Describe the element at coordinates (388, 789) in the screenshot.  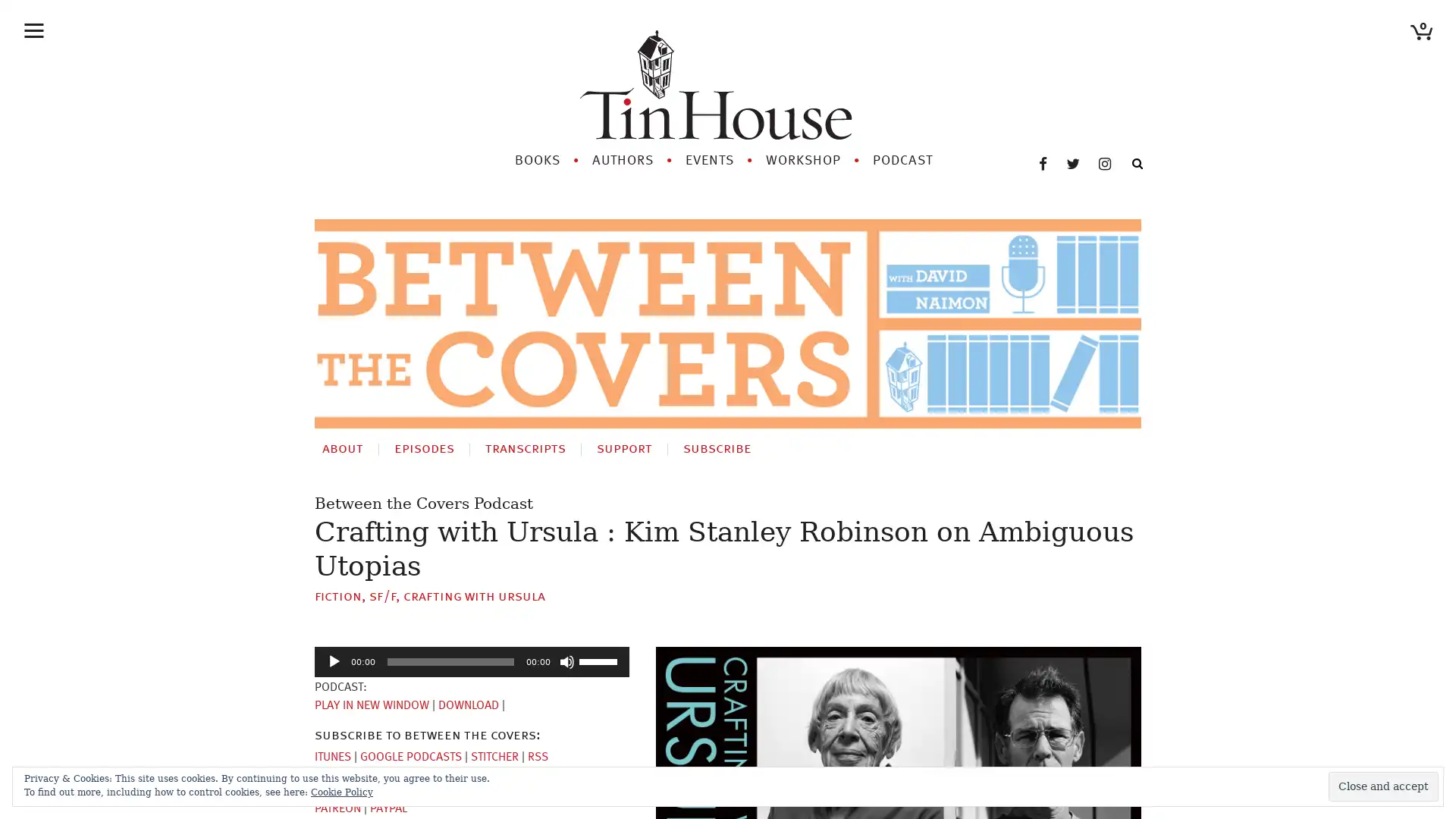
I see `Paypal` at that location.